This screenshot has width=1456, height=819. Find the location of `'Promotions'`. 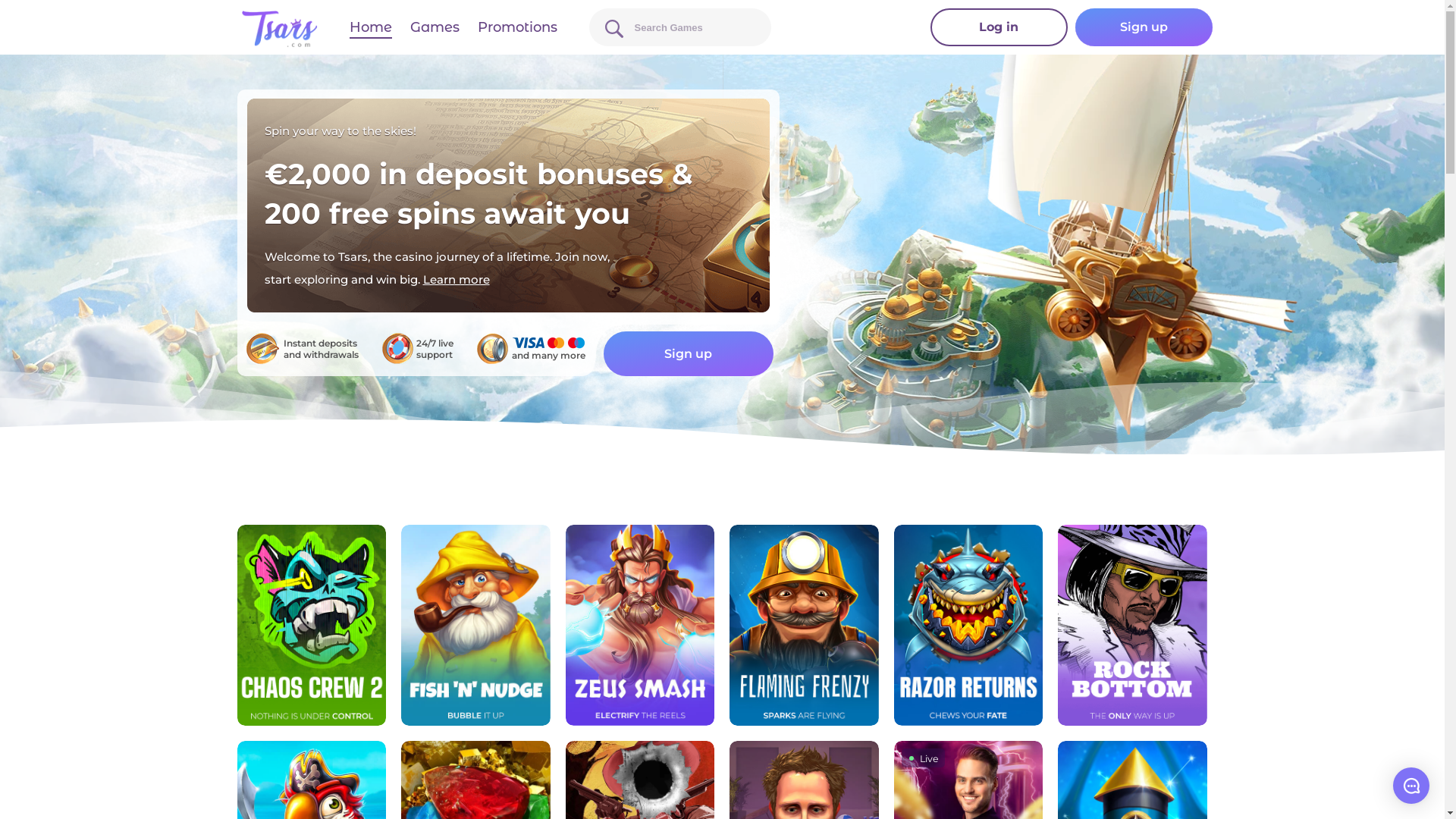

'Promotions' is located at coordinates (517, 27).